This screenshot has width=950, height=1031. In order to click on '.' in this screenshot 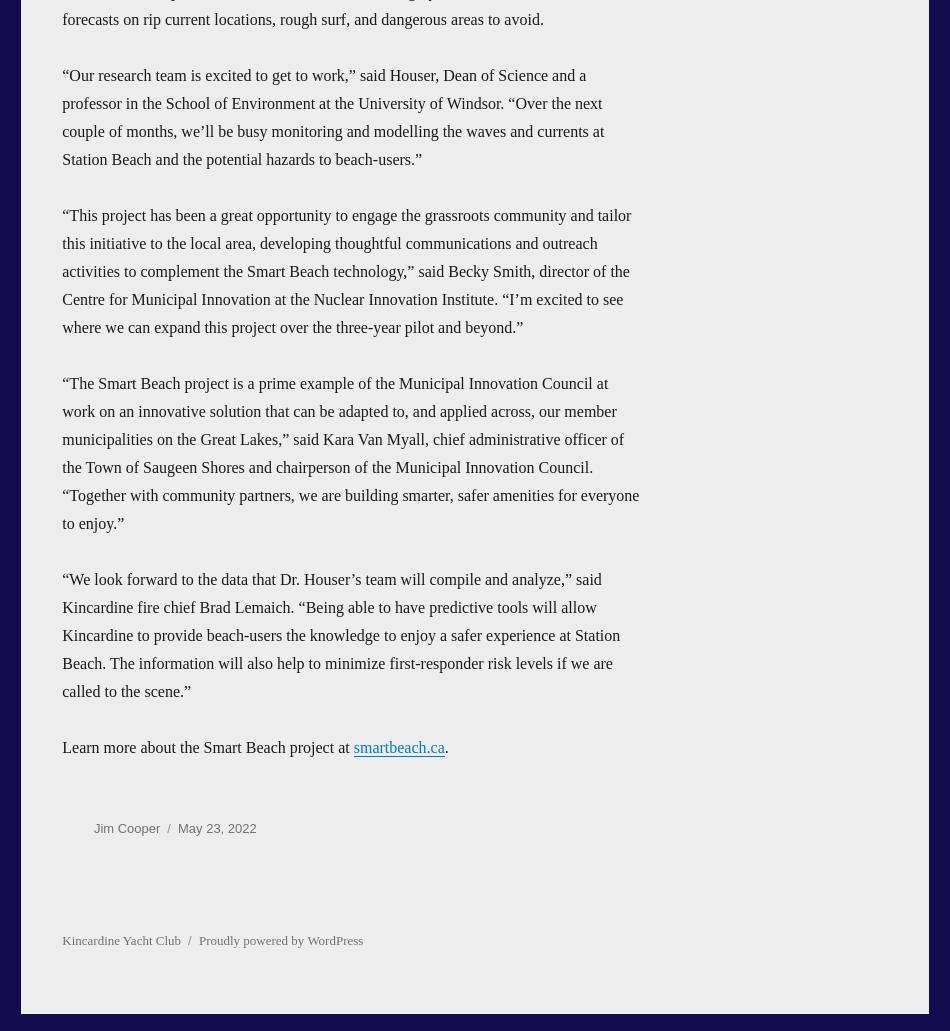, I will do `click(445, 745)`.